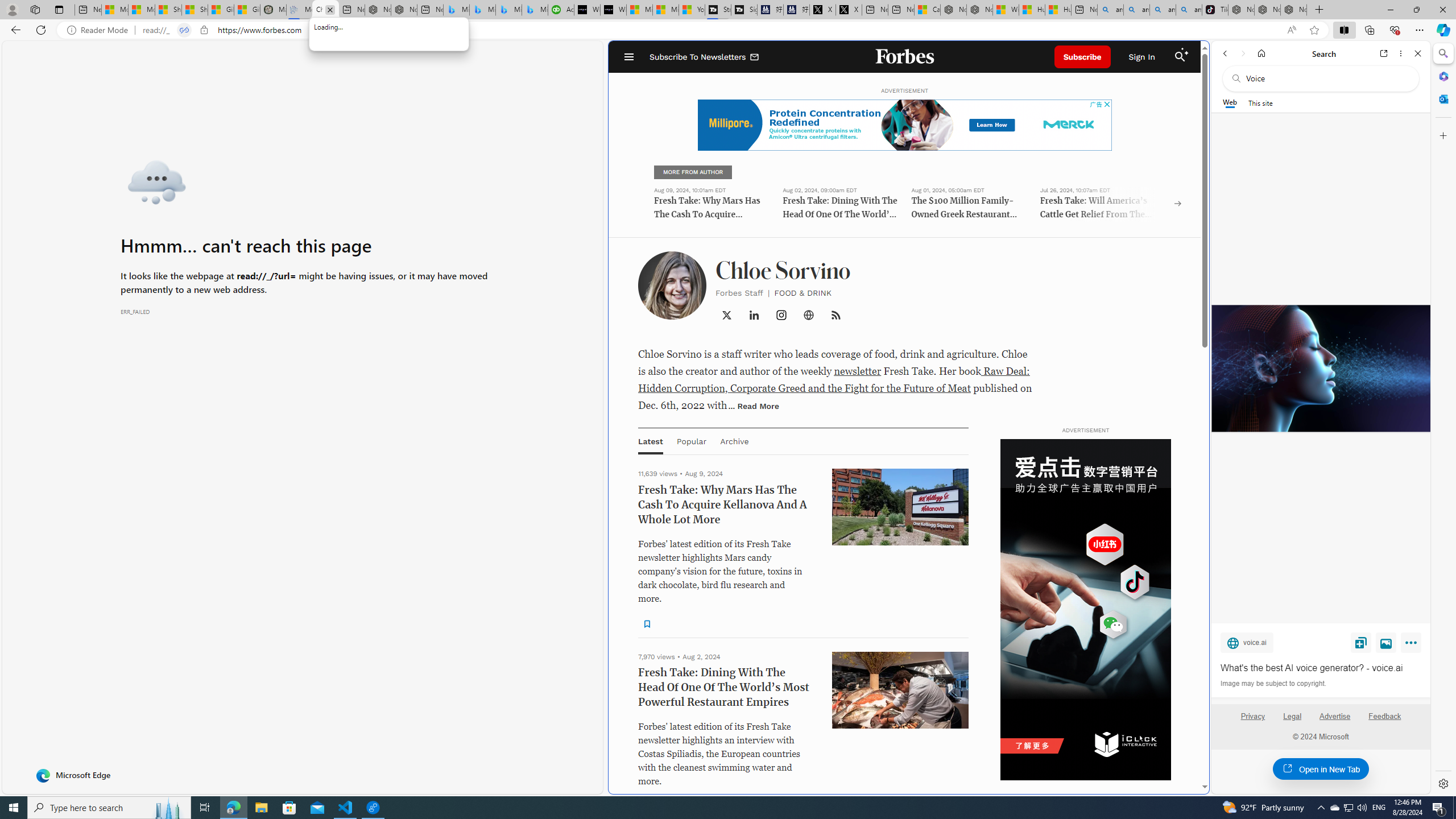 This screenshot has width=1456, height=819. What do you see at coordinates (403, 9) in the screenshot?
I see `'Nordace - #1 Japanese Best-Seller - Siena Smart Backpack'` at bounding box center [403, 9].